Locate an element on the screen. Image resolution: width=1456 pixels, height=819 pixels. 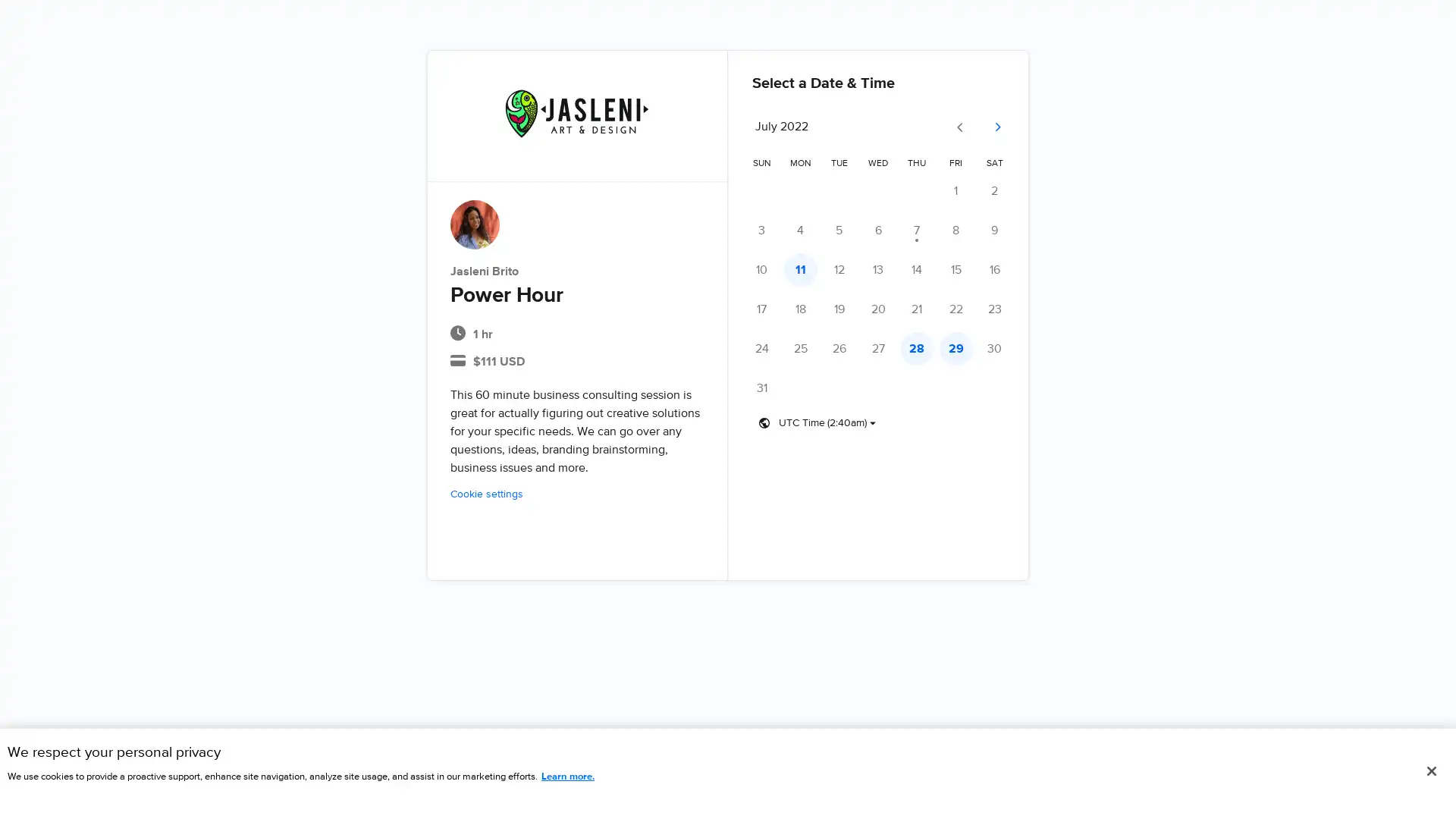
Monday, July 25 - No times available is located at coordinates (800, 348).